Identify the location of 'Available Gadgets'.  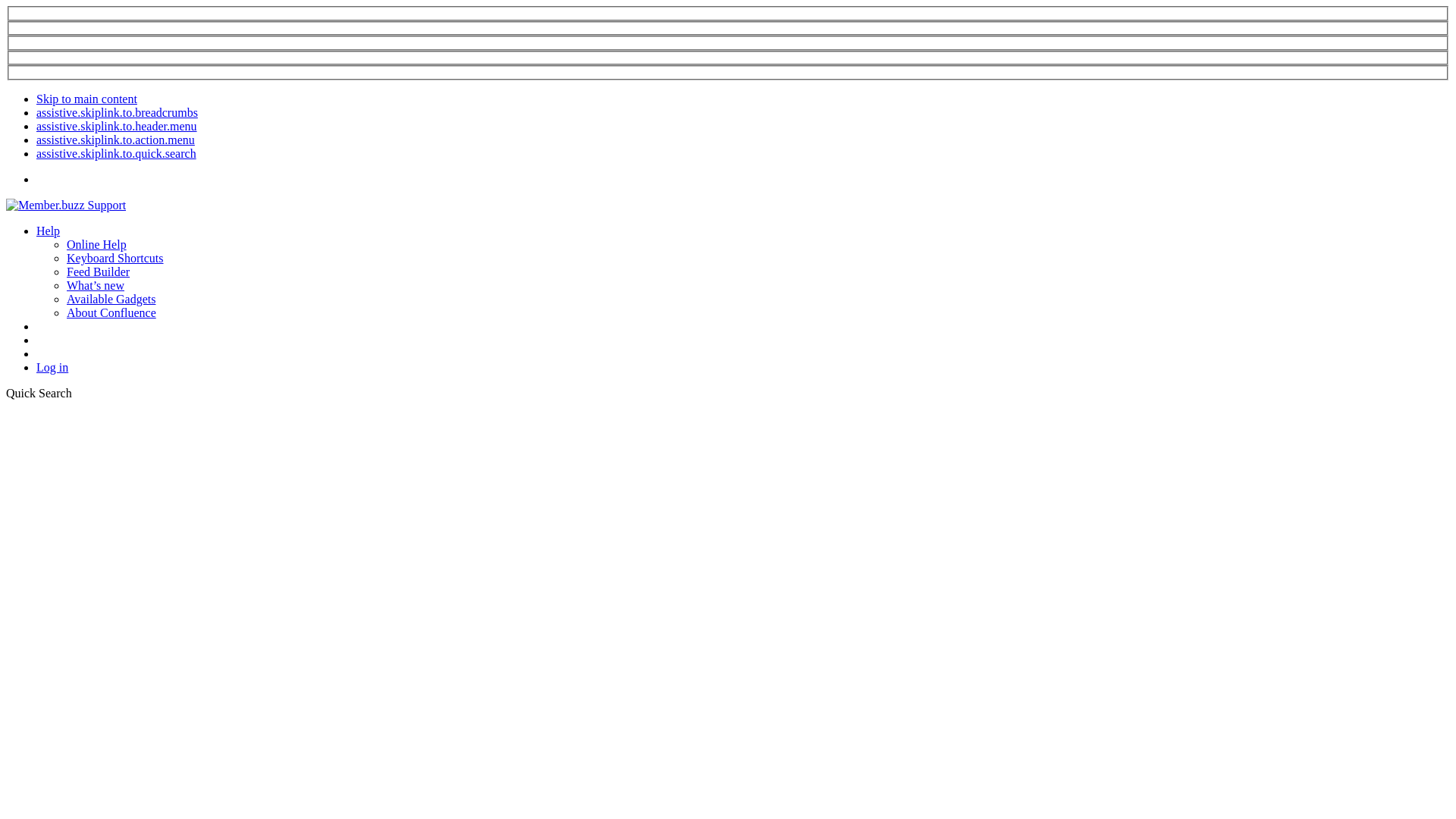
(110, 299).